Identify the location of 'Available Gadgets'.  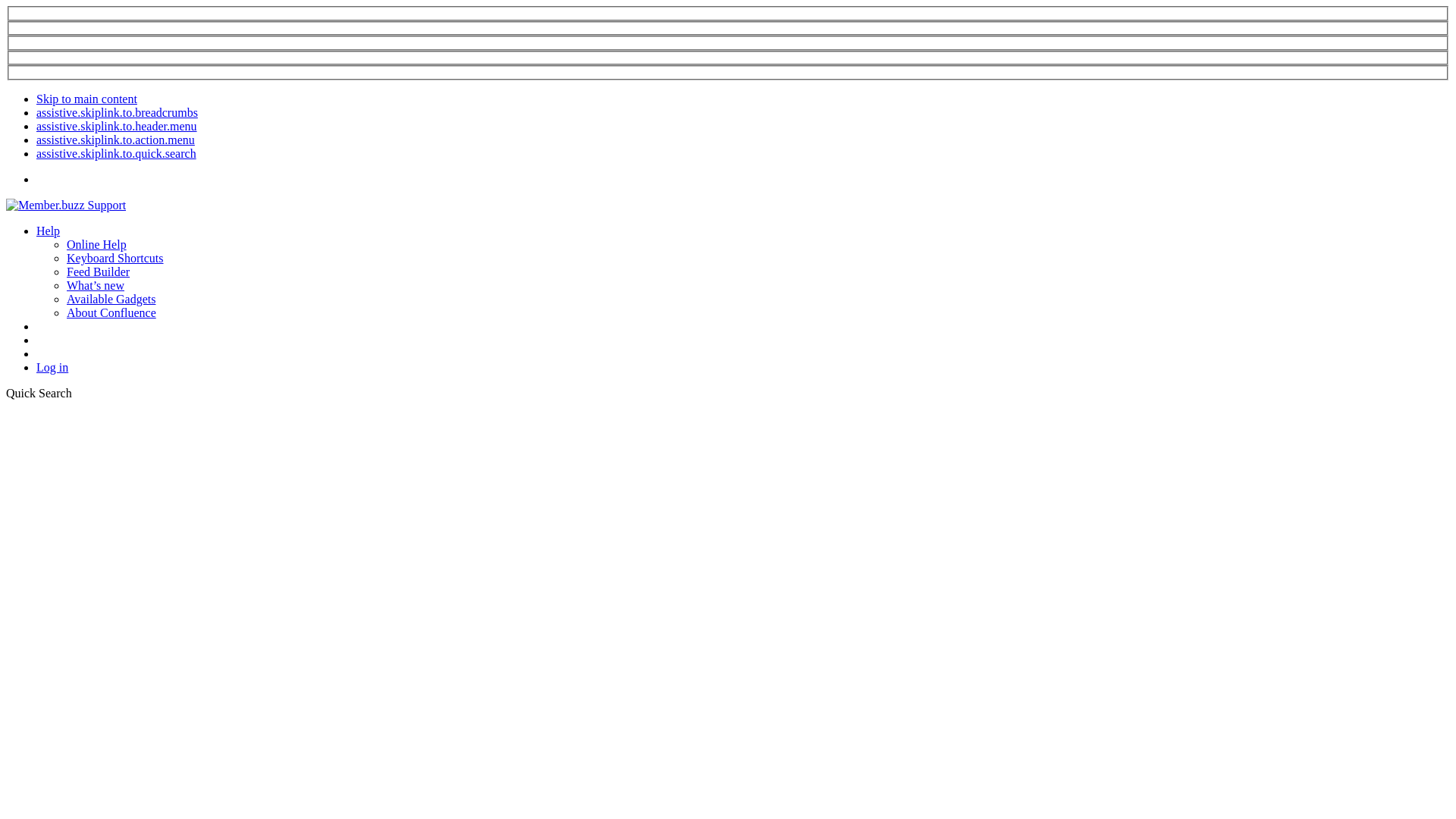
(110, 299).